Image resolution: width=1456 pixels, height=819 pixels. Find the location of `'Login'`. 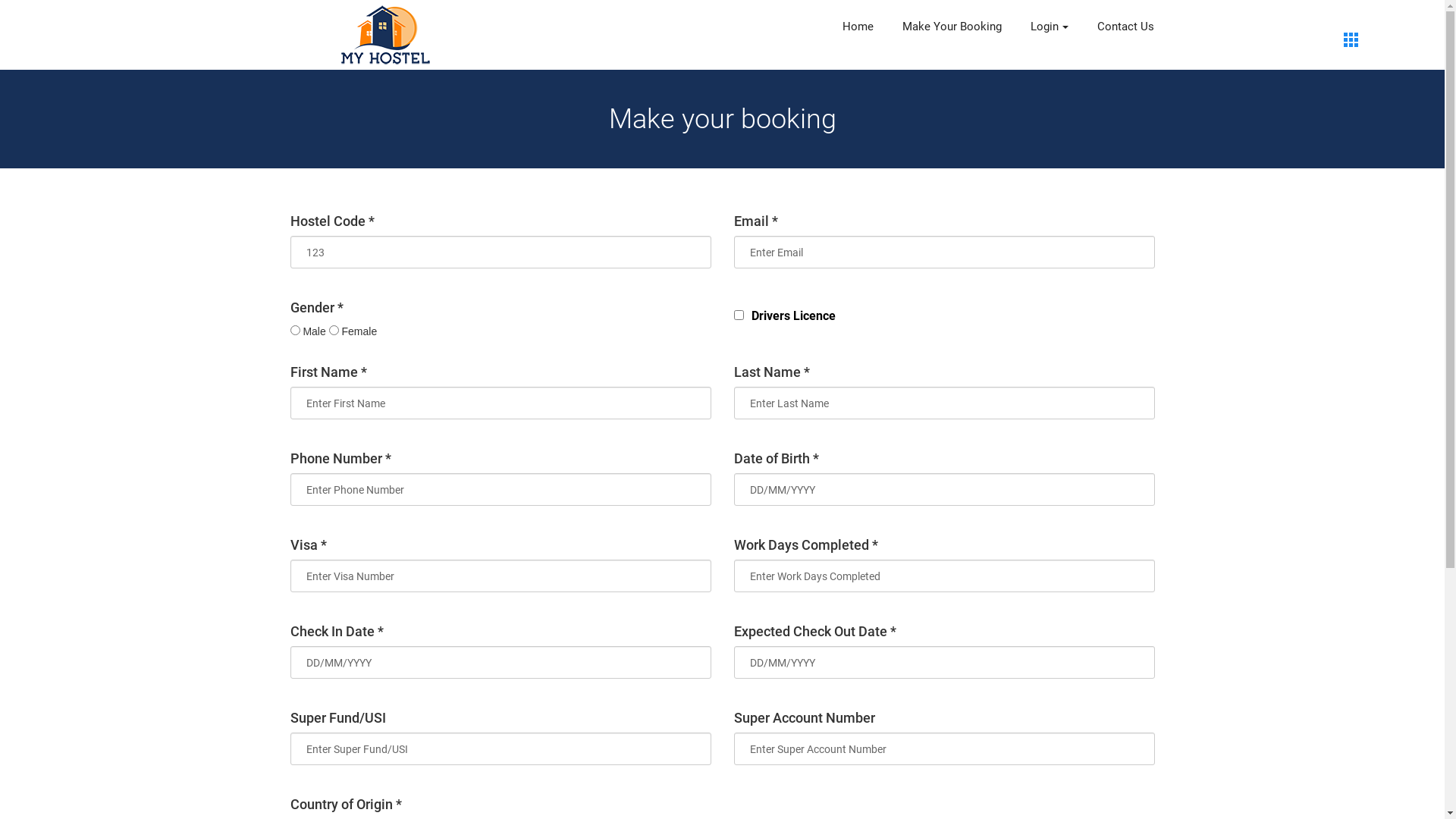

'Login' is located at coordinates (1047, 27).